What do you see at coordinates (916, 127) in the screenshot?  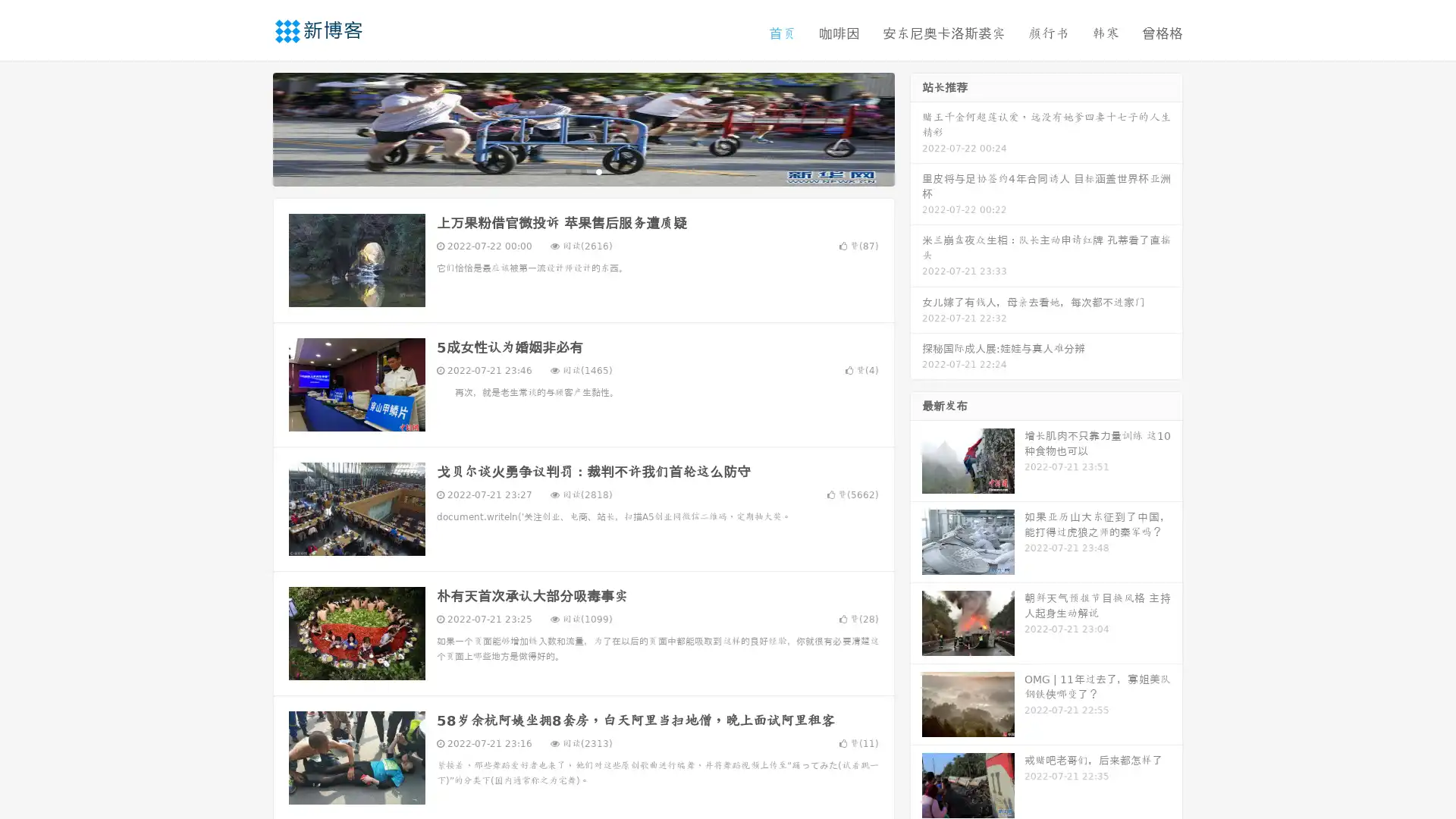 I see `Next slide` at bounding box center [916, 127].